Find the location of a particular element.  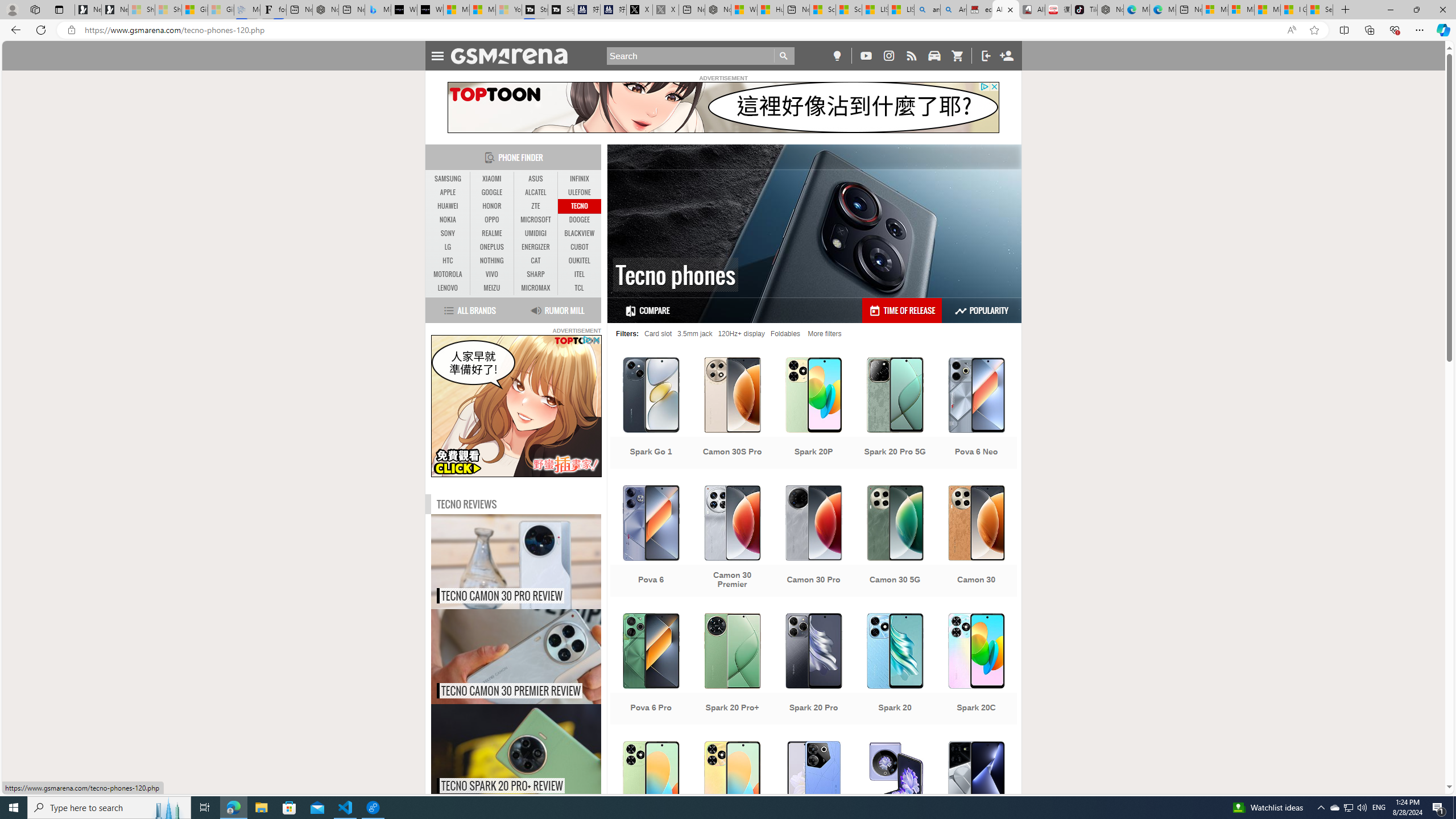

'Tecno Spark 20 Pro+ review' is located at coordinates (540, 751).